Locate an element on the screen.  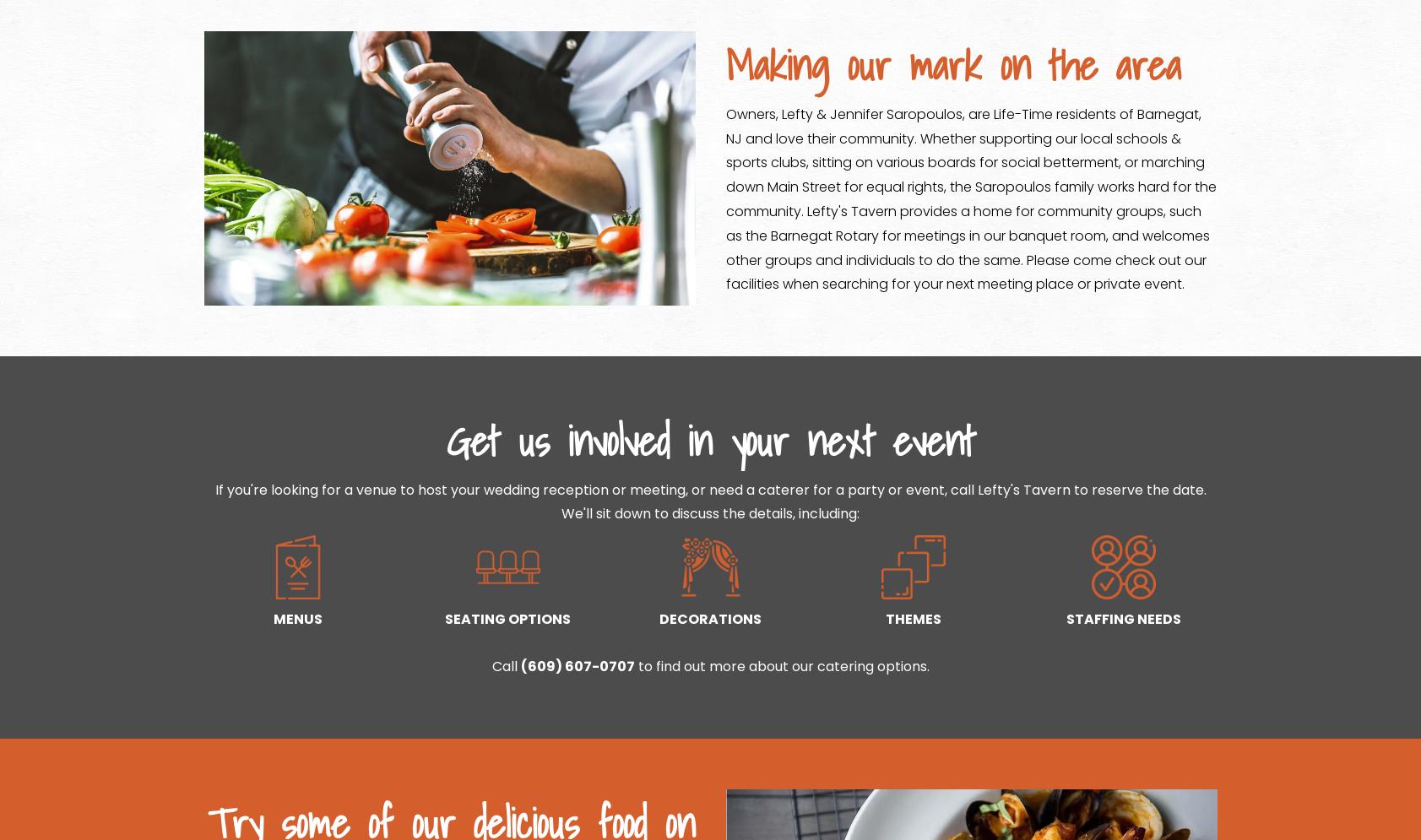
'DECORATIONS' is located at coordinates (709, 618).